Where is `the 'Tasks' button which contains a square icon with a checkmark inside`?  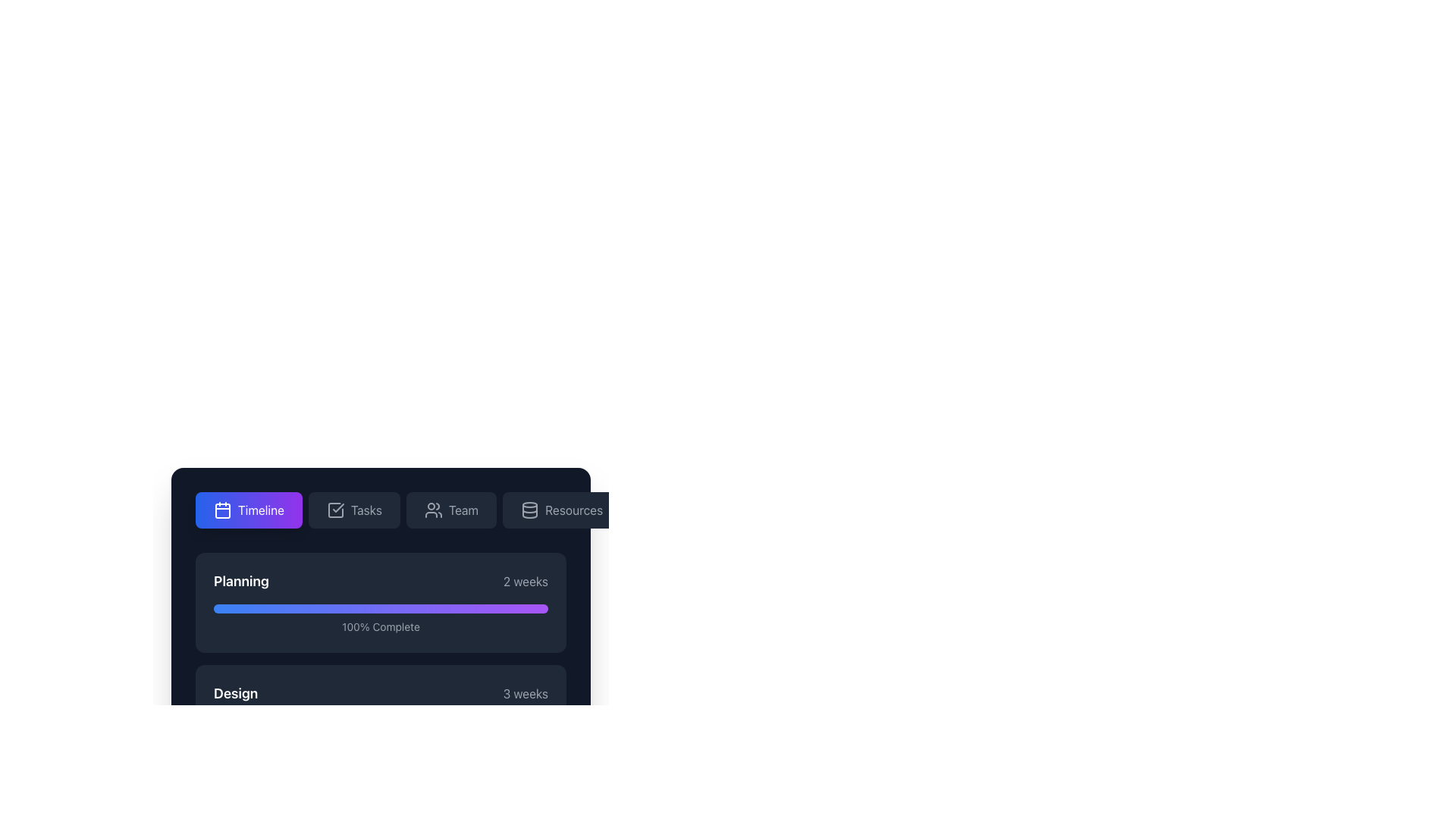
the 'Tasks' button which contains a square icon with a checkmark inside is located at coordinates (334, 510).